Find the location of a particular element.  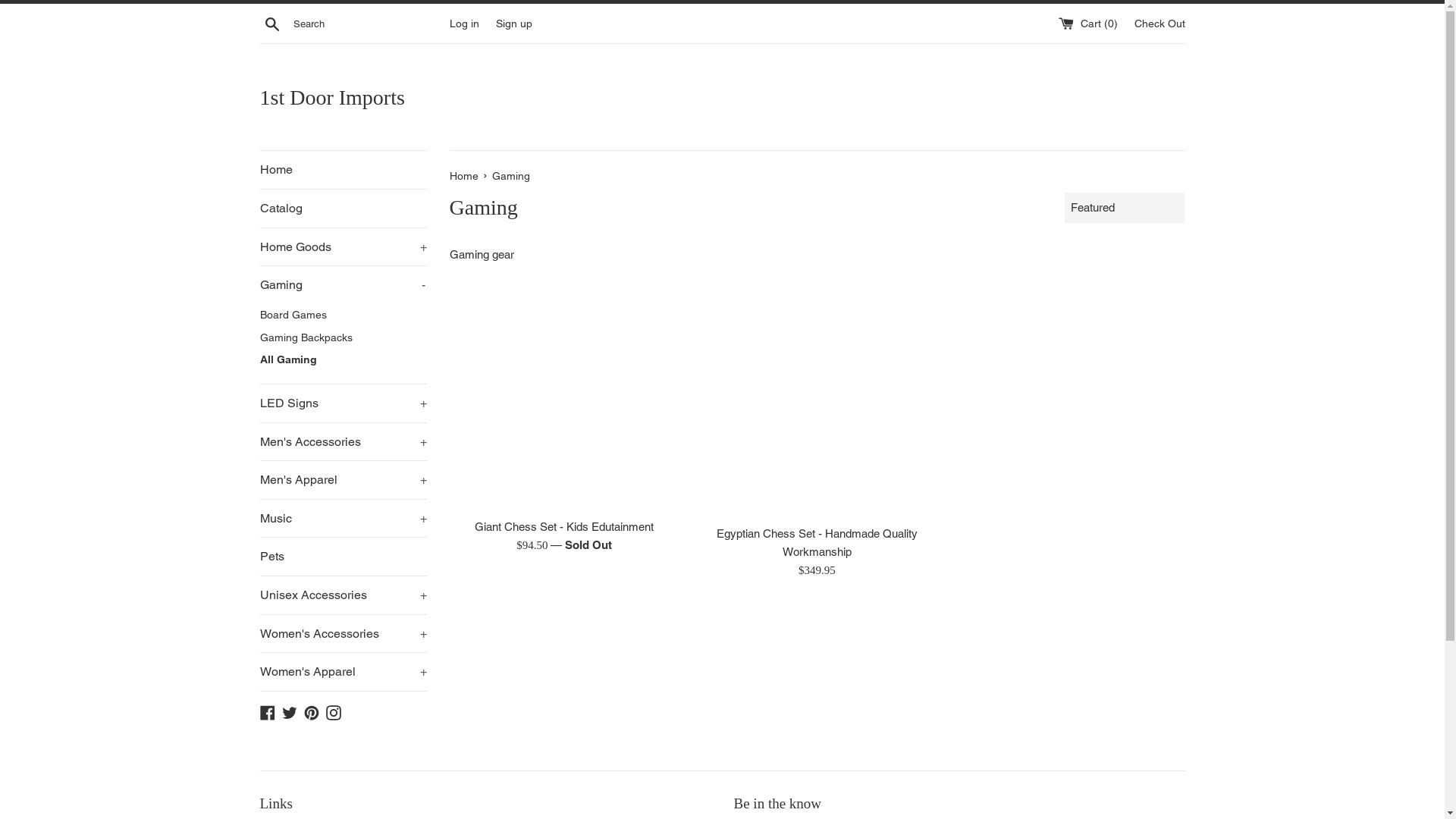

'Sign up' is located at coordinates (513, 23).